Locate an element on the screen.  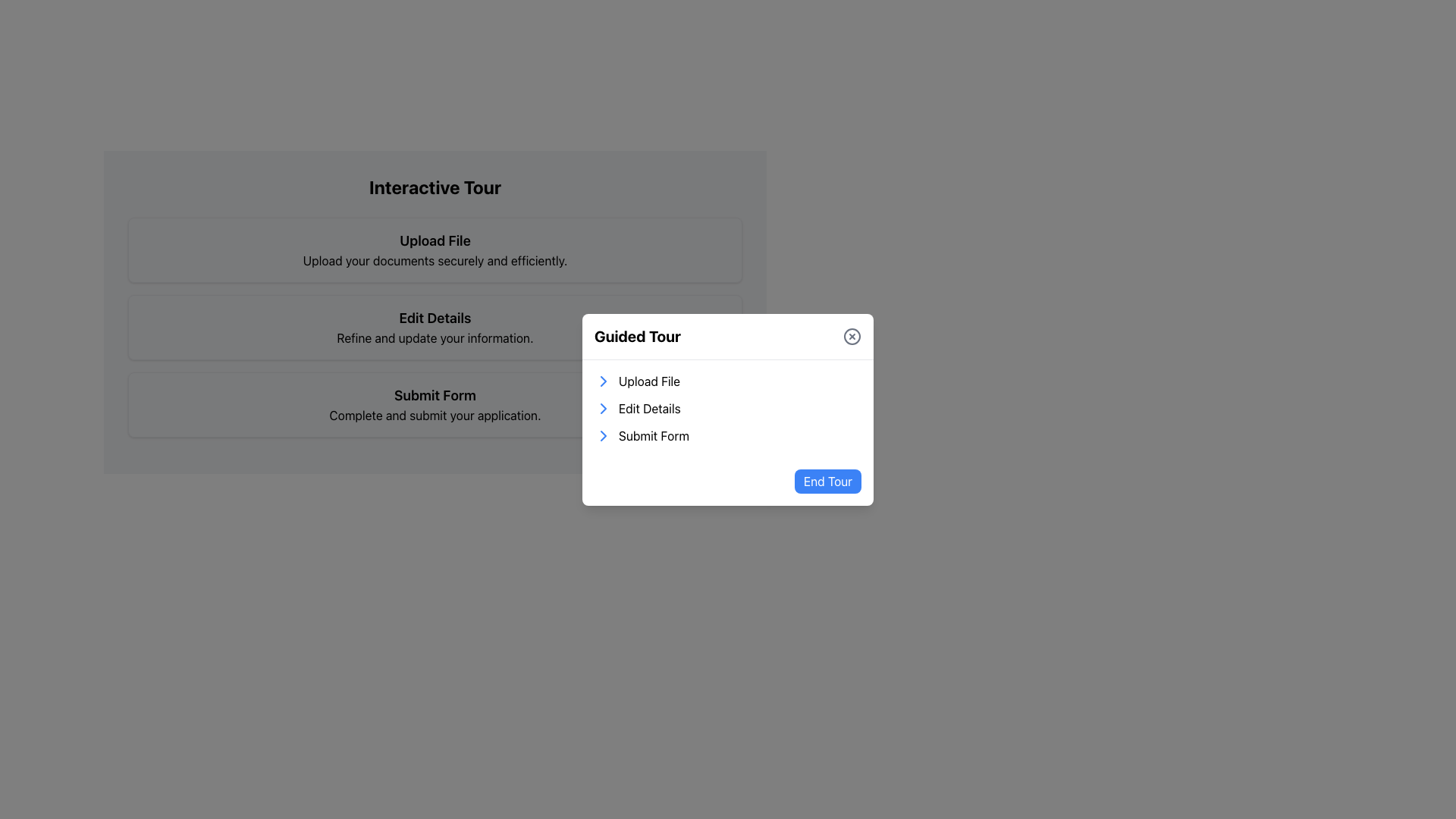
static content providing information about editing details located under the header 'Interactive Tour', positioned between 'Upload File' and 'Submit Form' is located at coordinates (435, 327).